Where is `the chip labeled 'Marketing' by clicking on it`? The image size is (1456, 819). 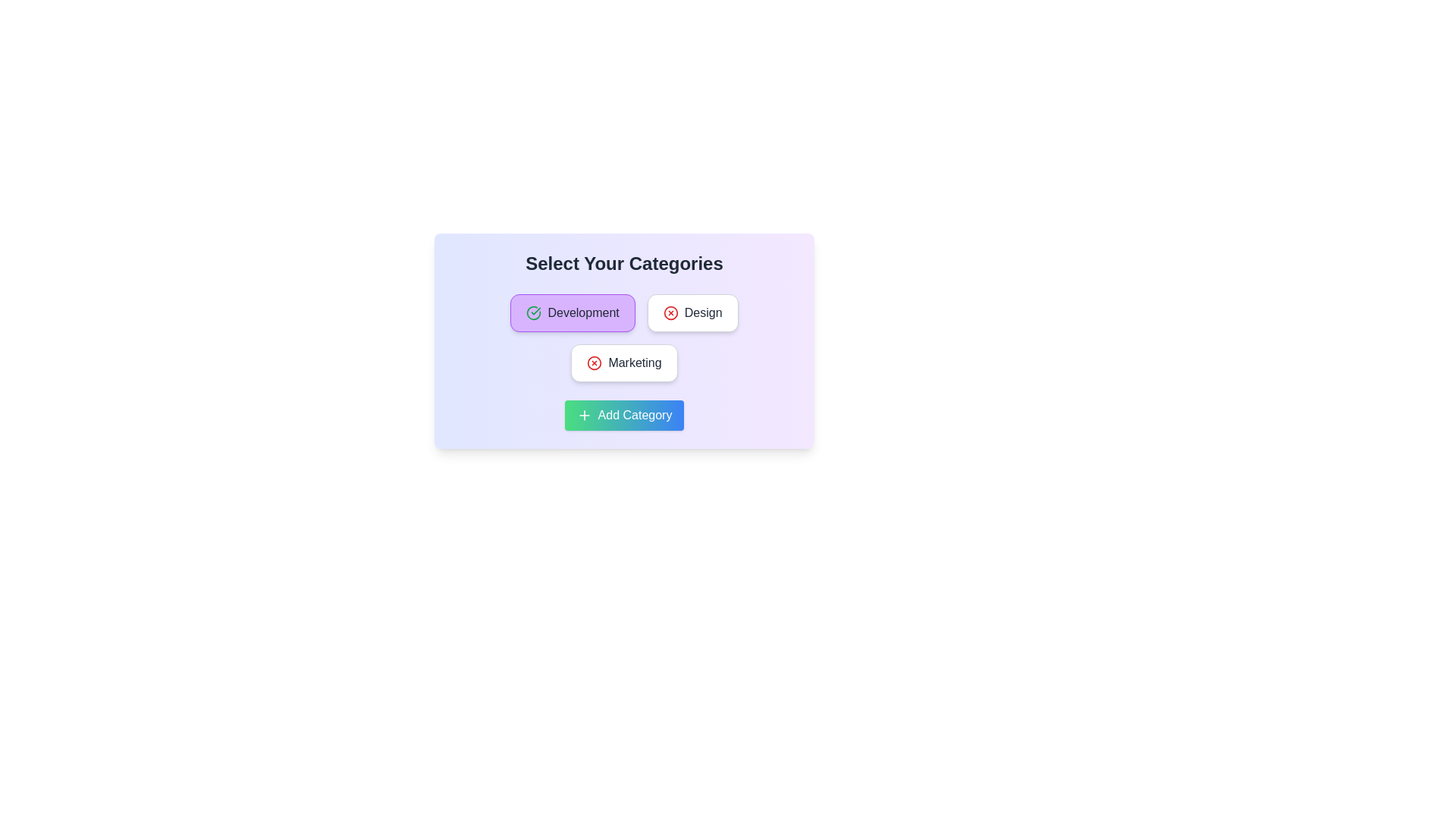 the chip labeled 'Marketing' by clicking on it is located at coordinates (624, 362).